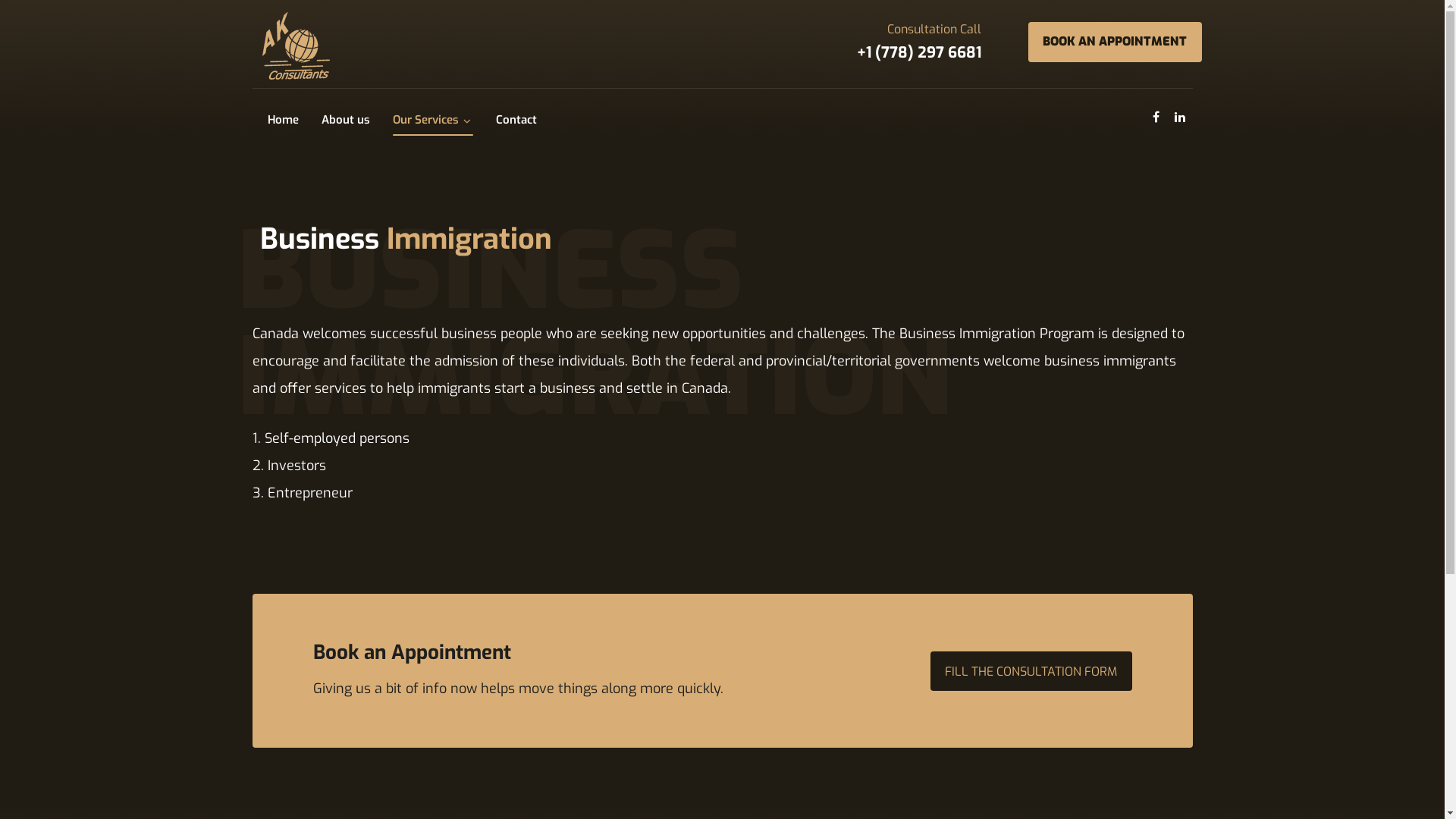 This screenshot has width=1456, height=819. What do you see at coordinates (293, 45) in the screenshot?
I see `'AK Immigration Consultants Inc.'` at bounding box center [293, 45].